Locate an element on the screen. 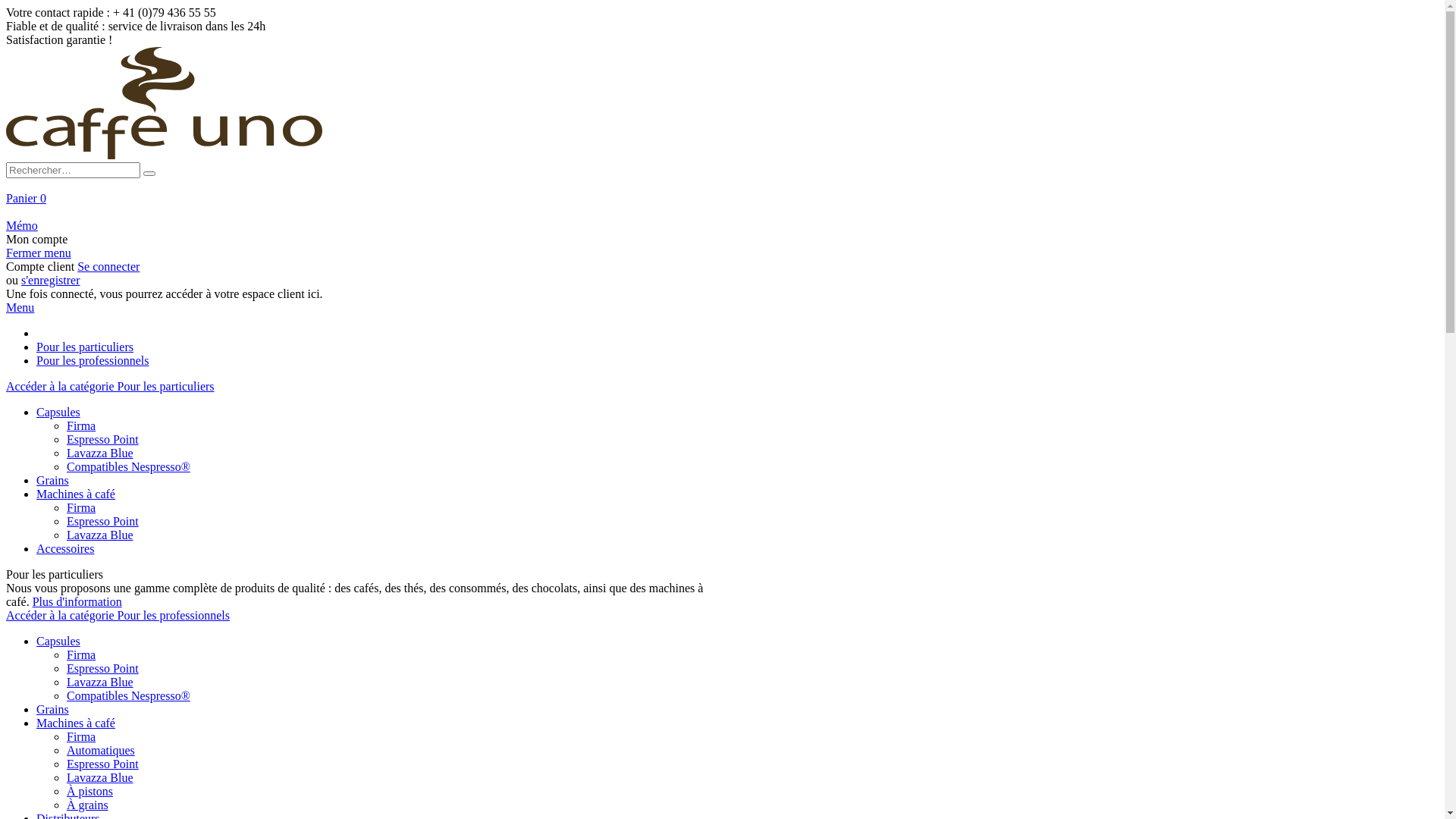 The image size is (1456, 819). 'Panier 0' is located at coordinates (6, 196).